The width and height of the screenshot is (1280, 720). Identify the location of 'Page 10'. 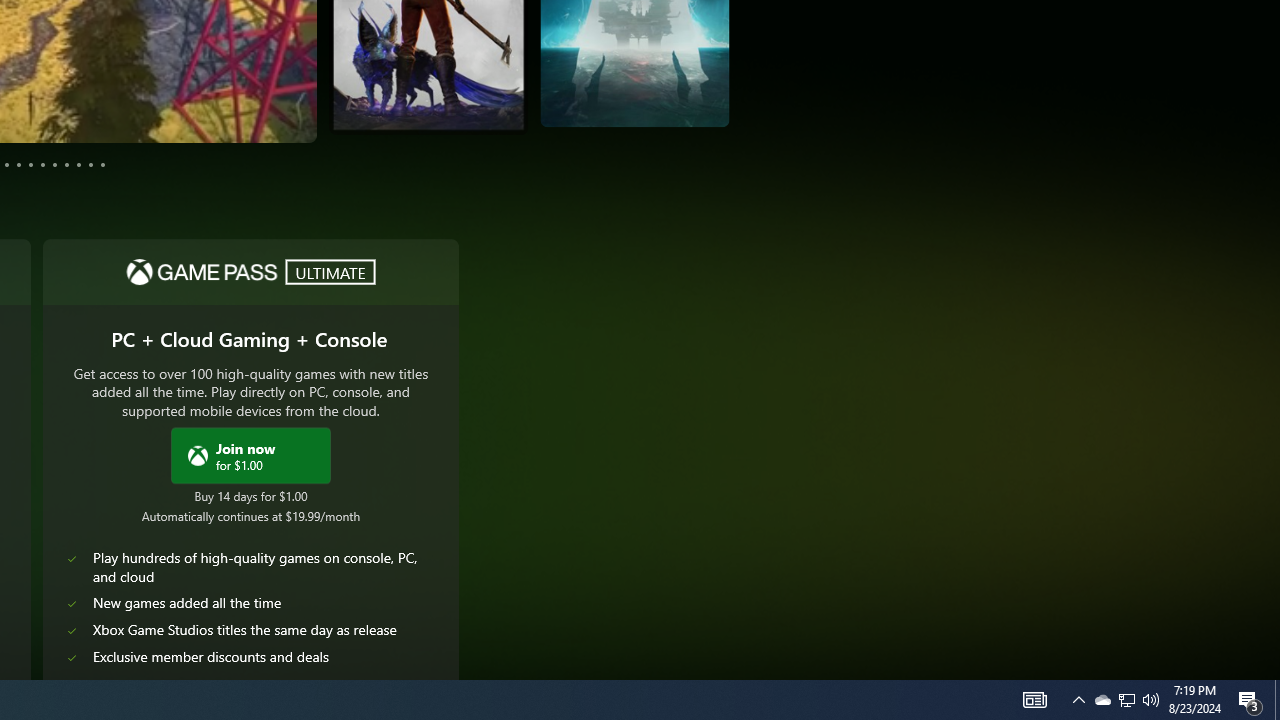
(78, 163).